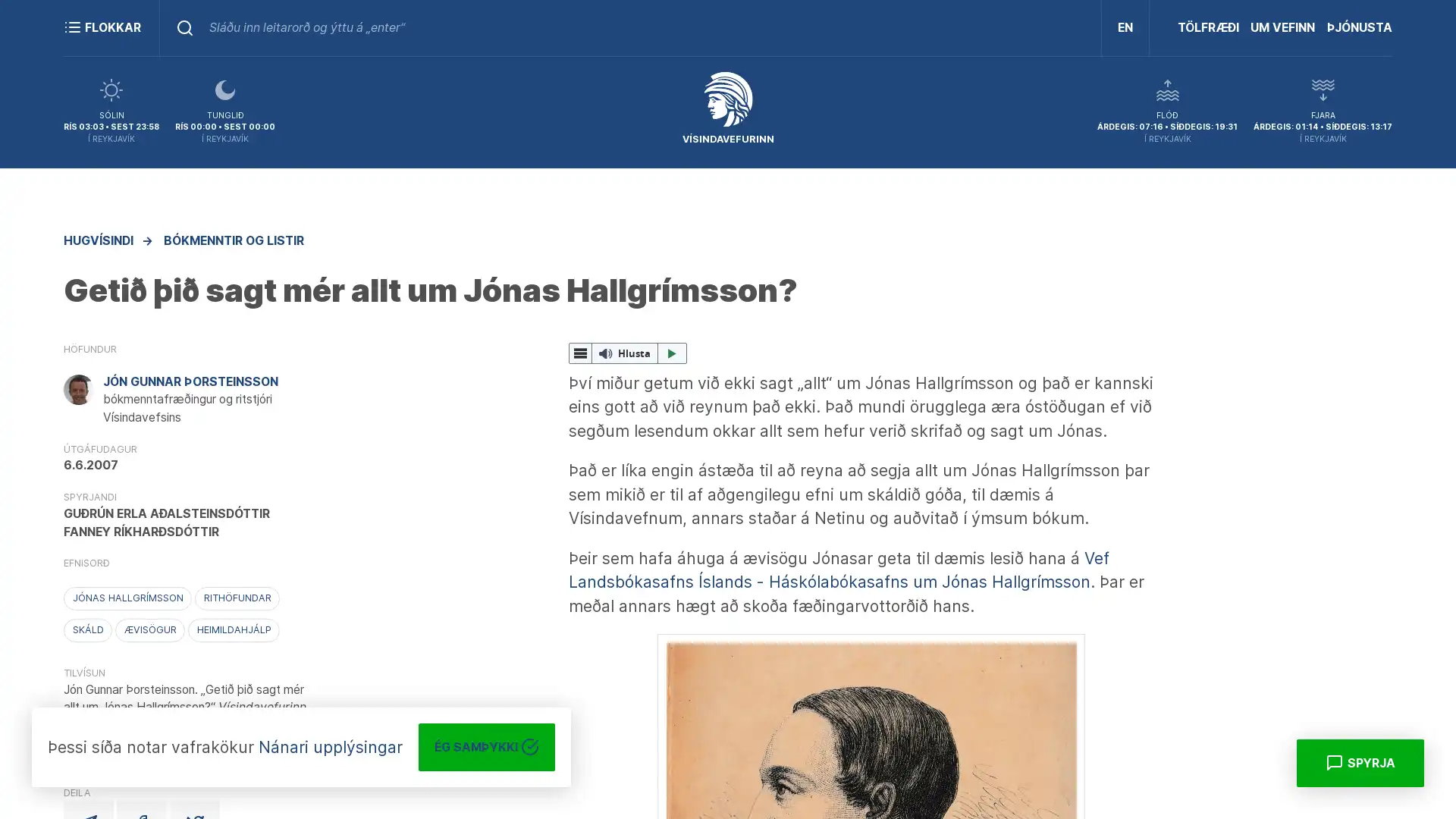  I want to click on webReader valmynd, so click(580, 353).